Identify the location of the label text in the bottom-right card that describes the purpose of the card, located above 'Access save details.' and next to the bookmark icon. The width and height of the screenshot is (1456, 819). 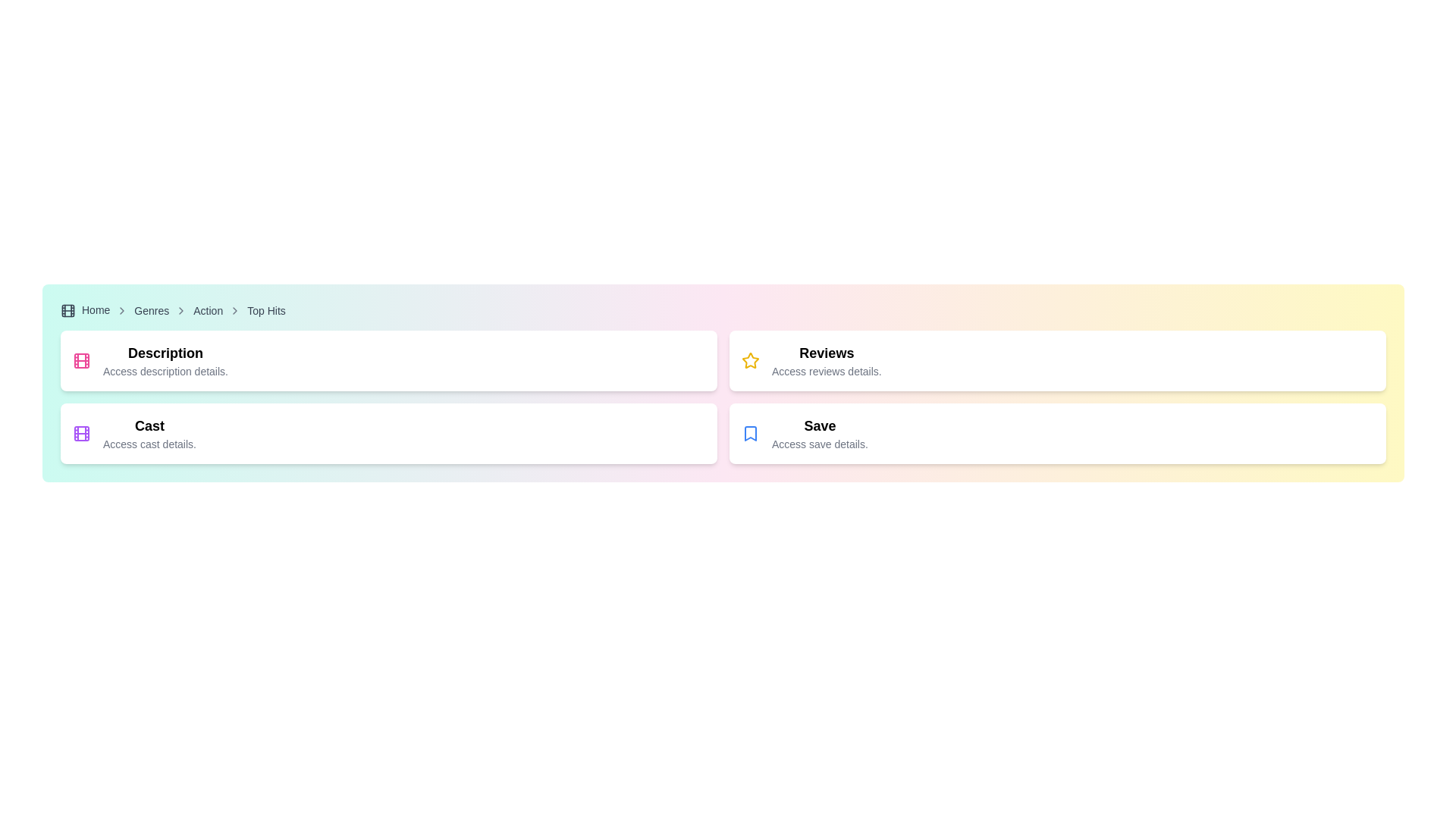
(819, 426).